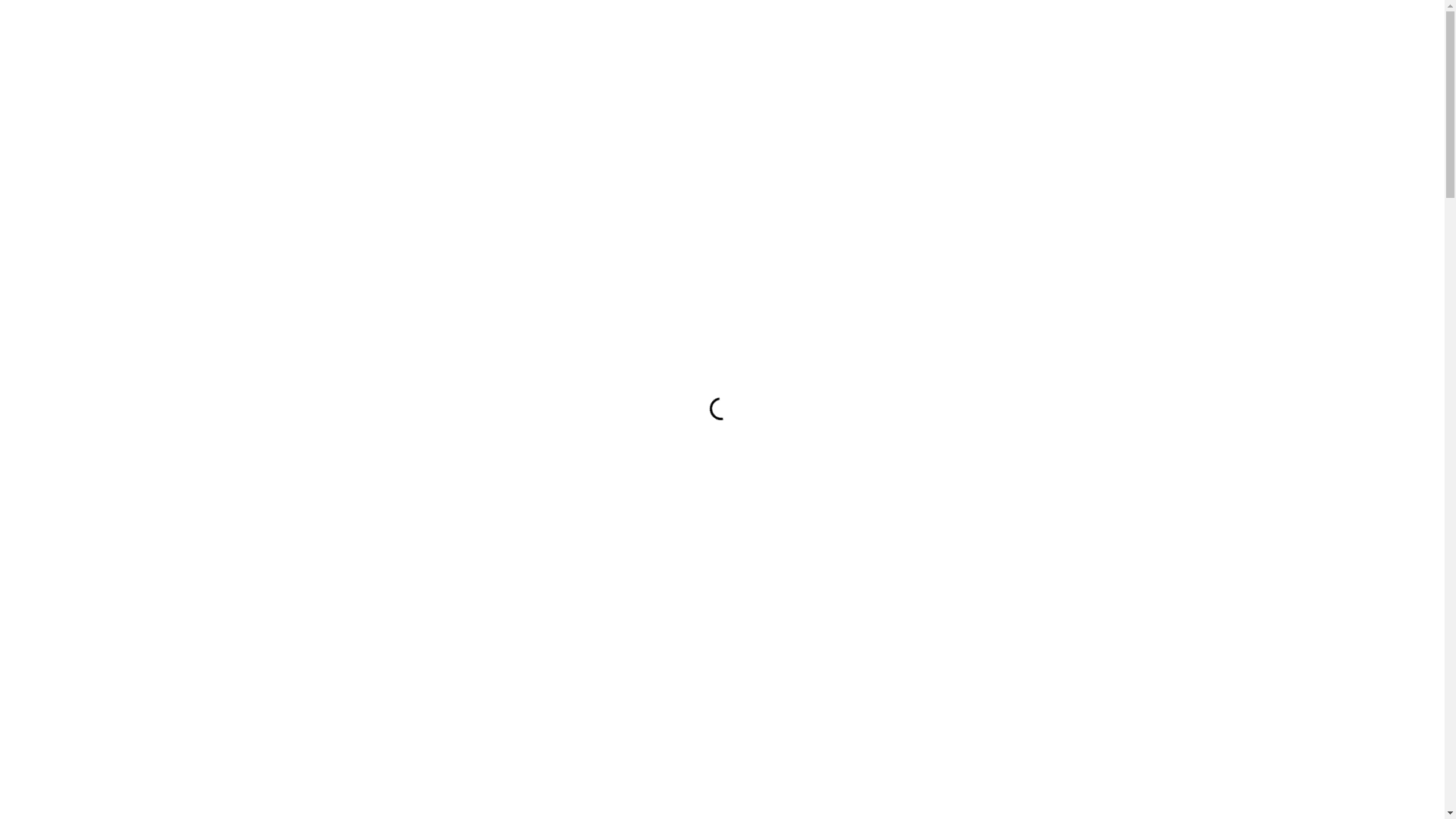  I want to click on 'Home', so click(18, 29).